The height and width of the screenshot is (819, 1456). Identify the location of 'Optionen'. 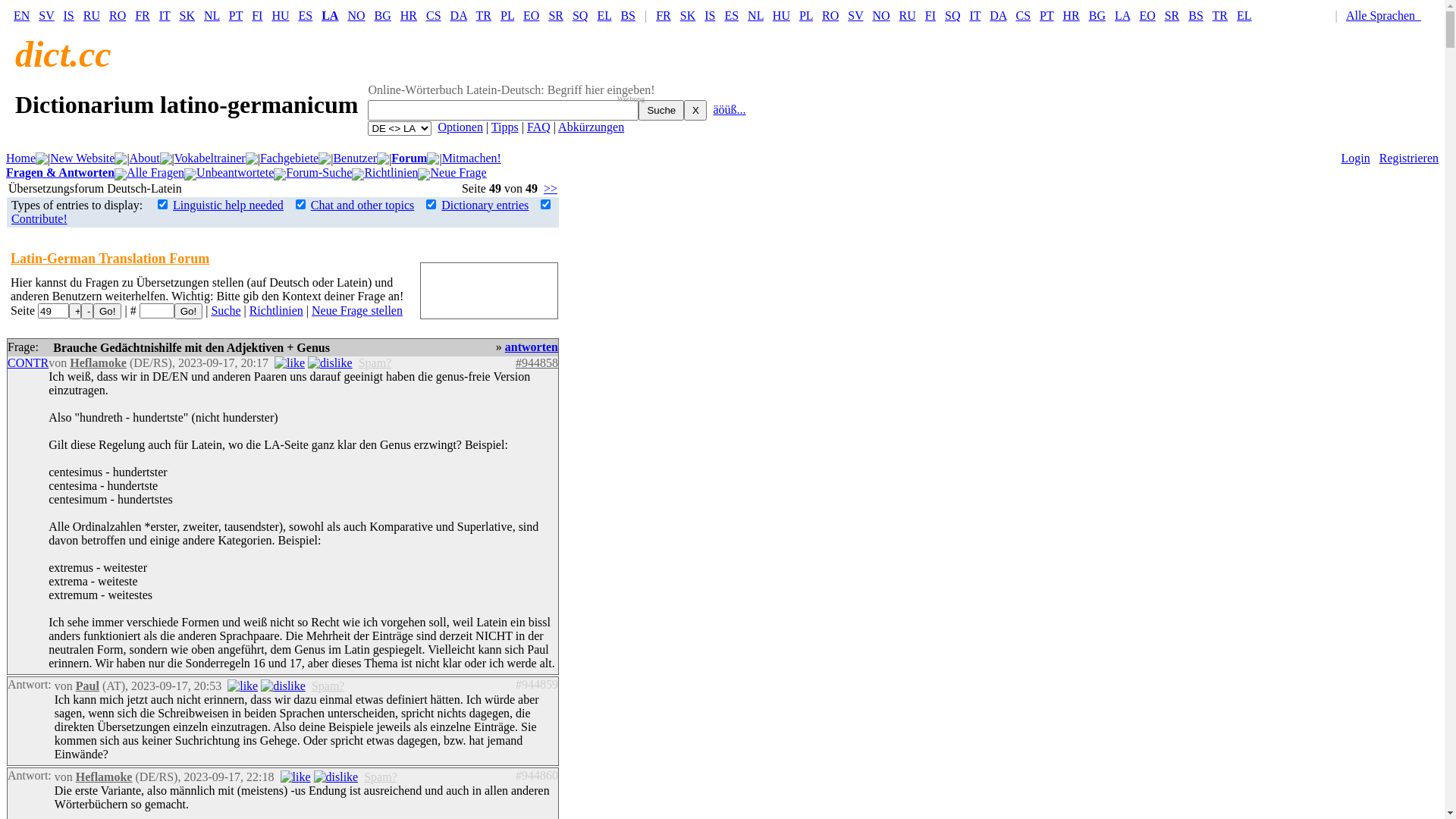
(459, 126).